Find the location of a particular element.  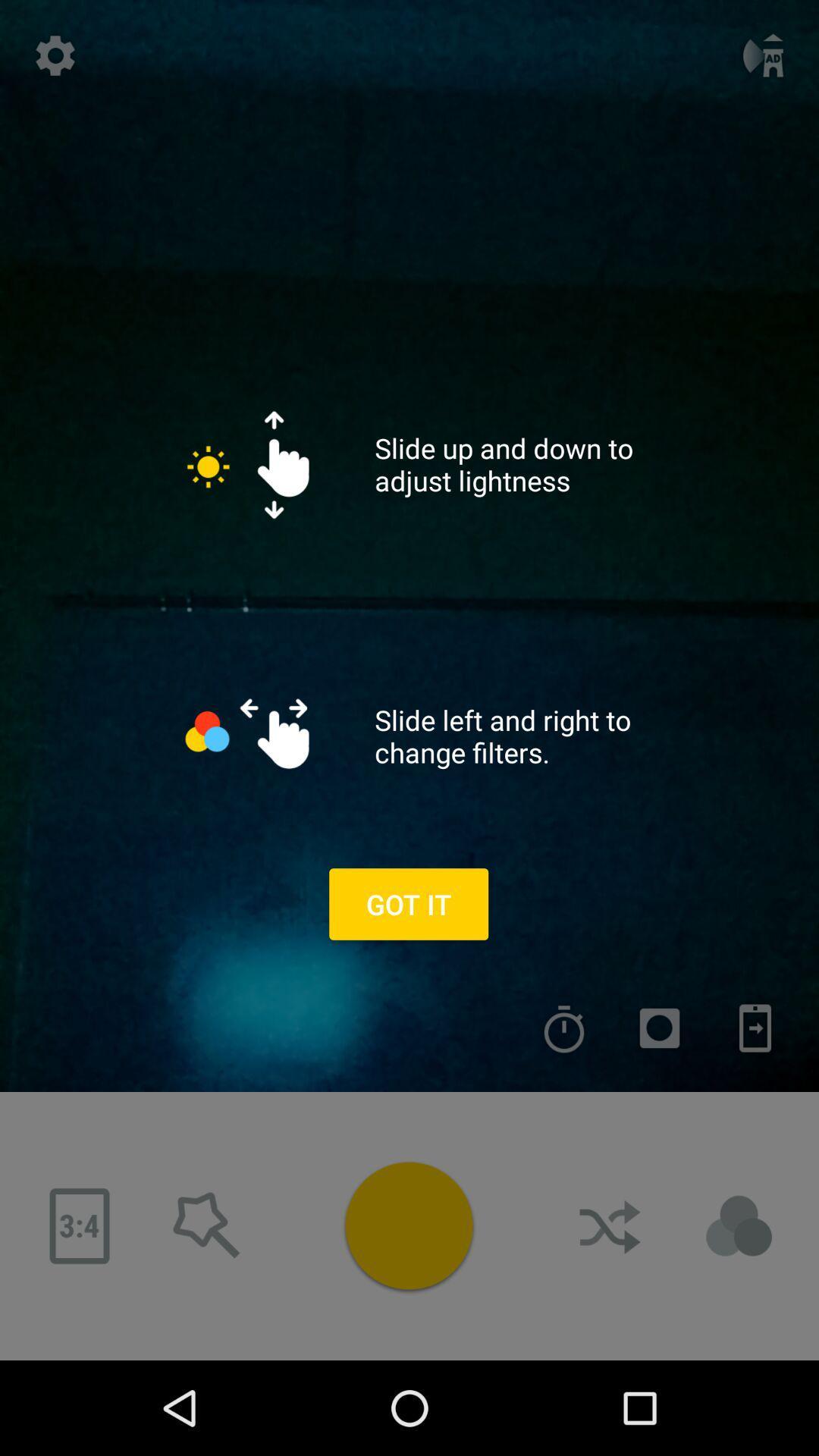

send this to your phone is located at coordinates (755, 1028).